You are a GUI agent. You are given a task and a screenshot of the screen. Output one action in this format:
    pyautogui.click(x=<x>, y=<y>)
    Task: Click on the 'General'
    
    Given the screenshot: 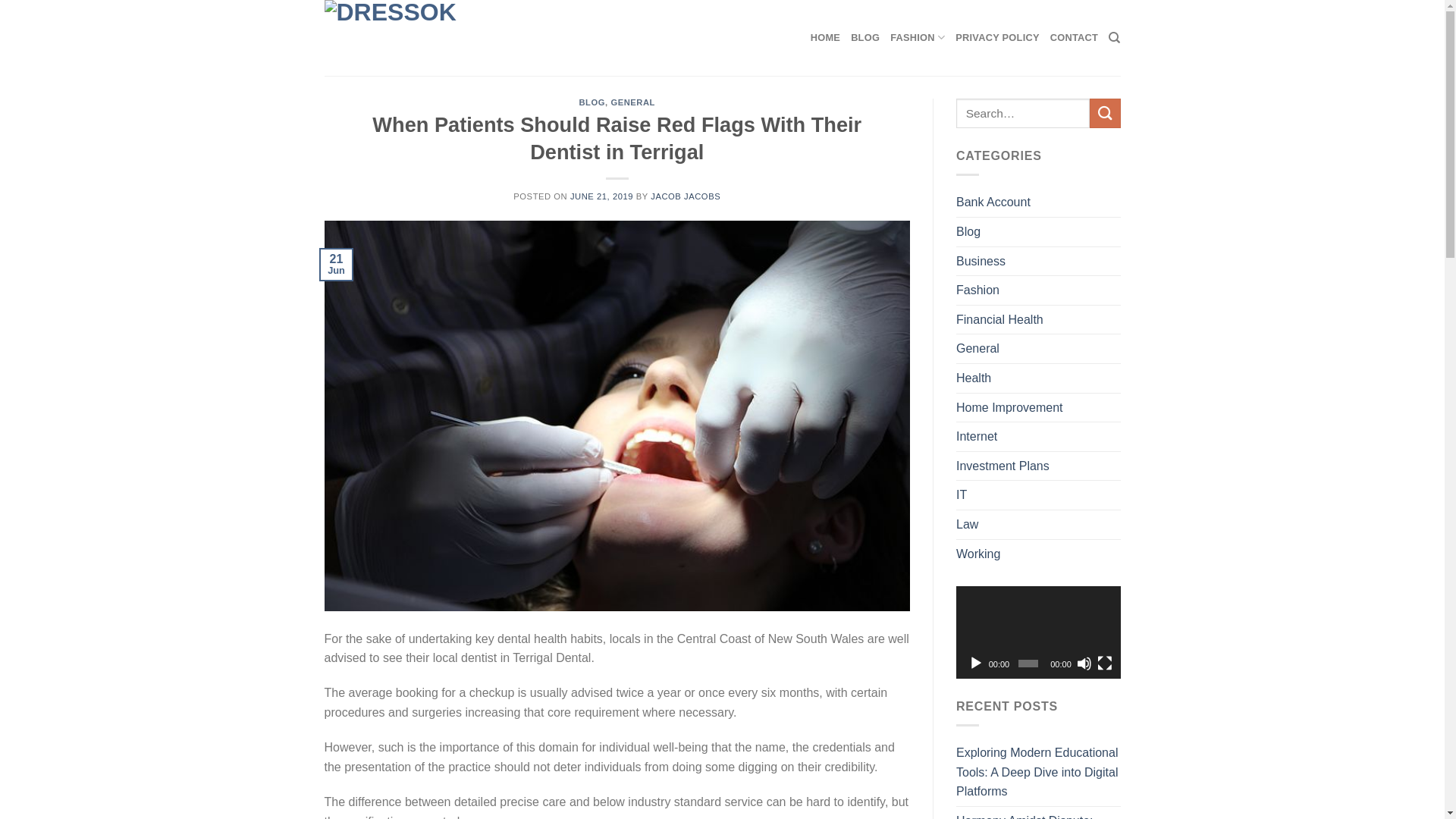 What is the action you would take?
    pyautogui.click(x=977, y=348)
    